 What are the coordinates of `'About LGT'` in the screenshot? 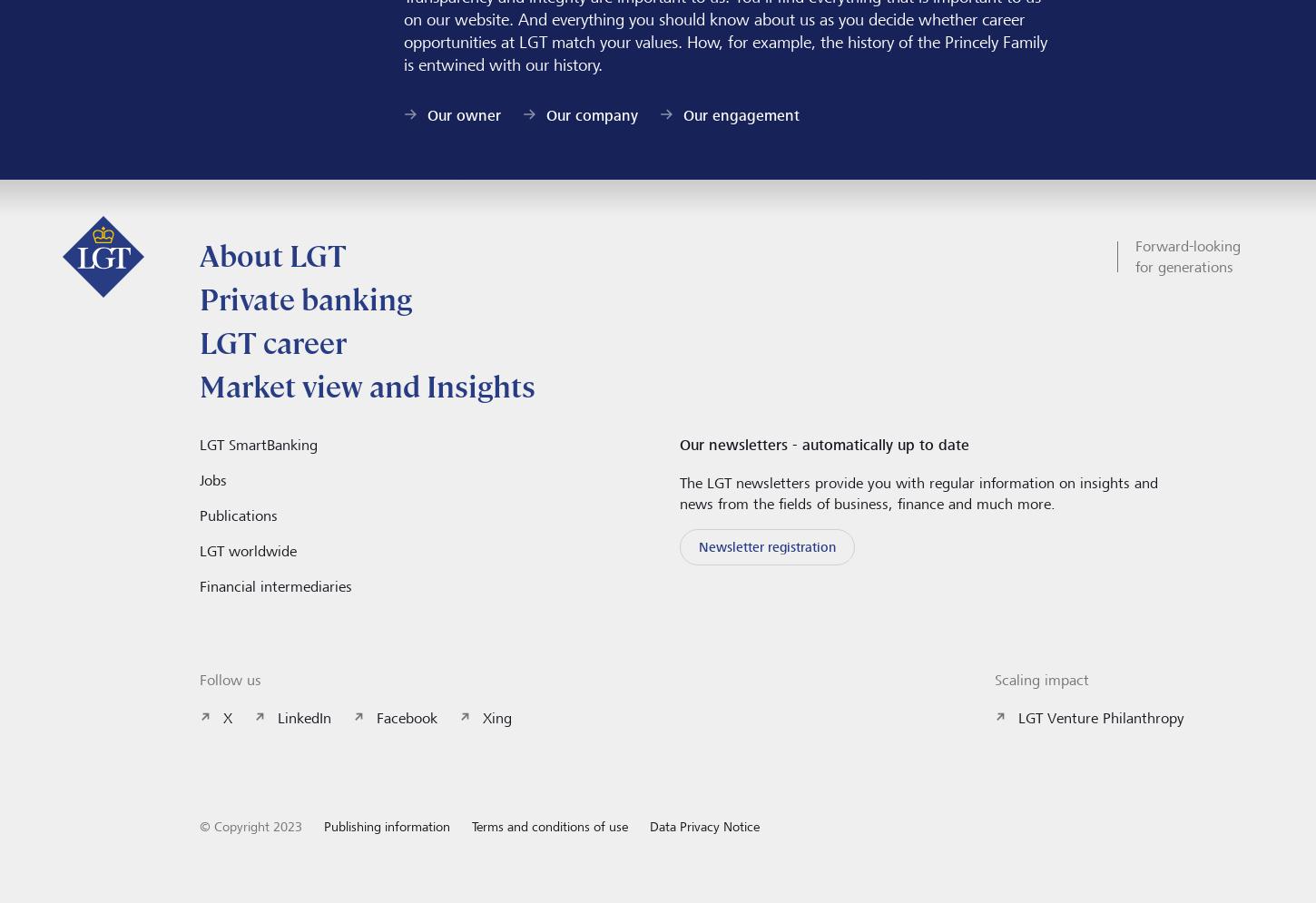 It's located at (273, 254).